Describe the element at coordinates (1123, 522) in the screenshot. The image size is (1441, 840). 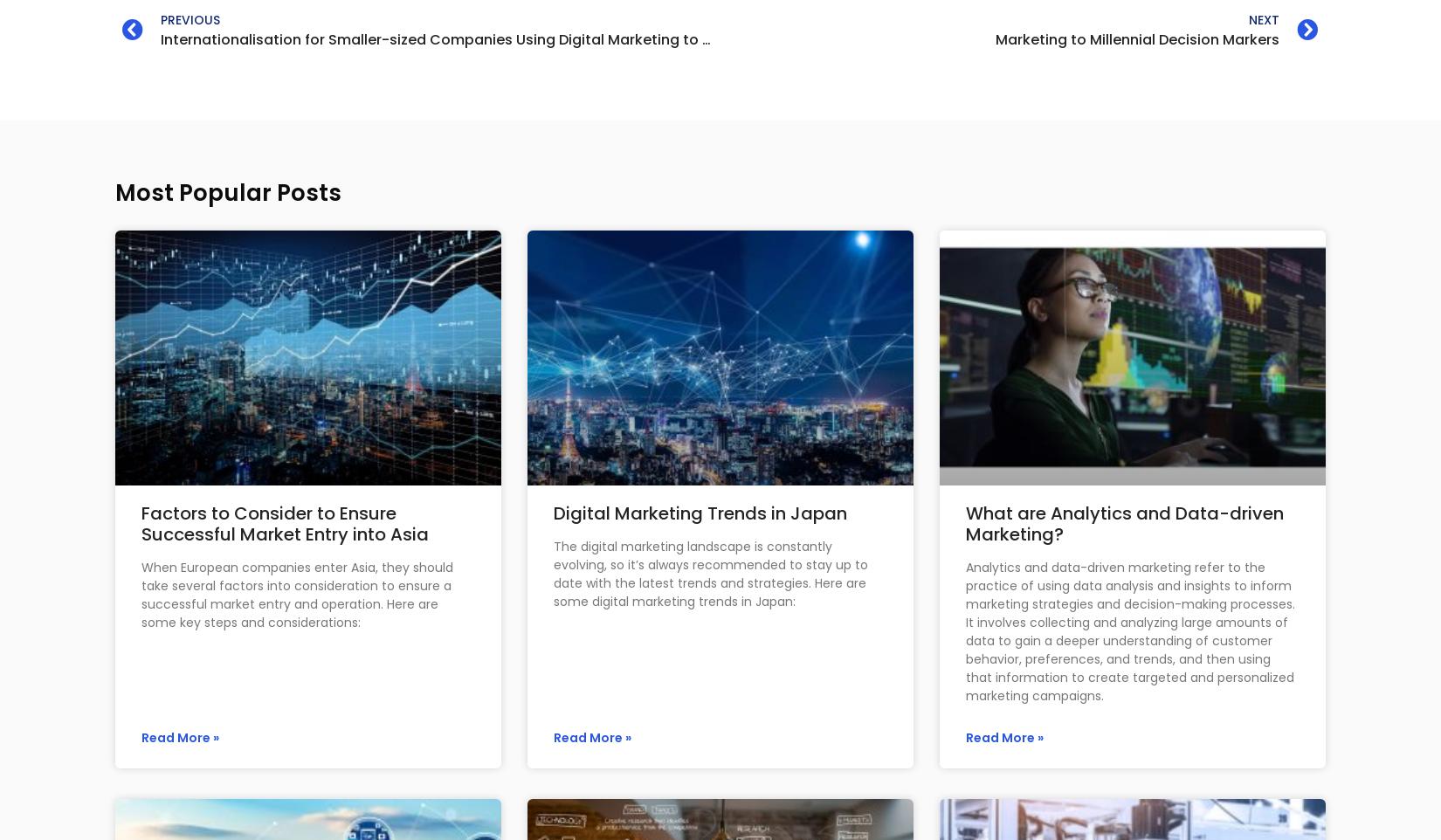
I see `'What are Analytics and Data-driven Marketing?'` at that location.